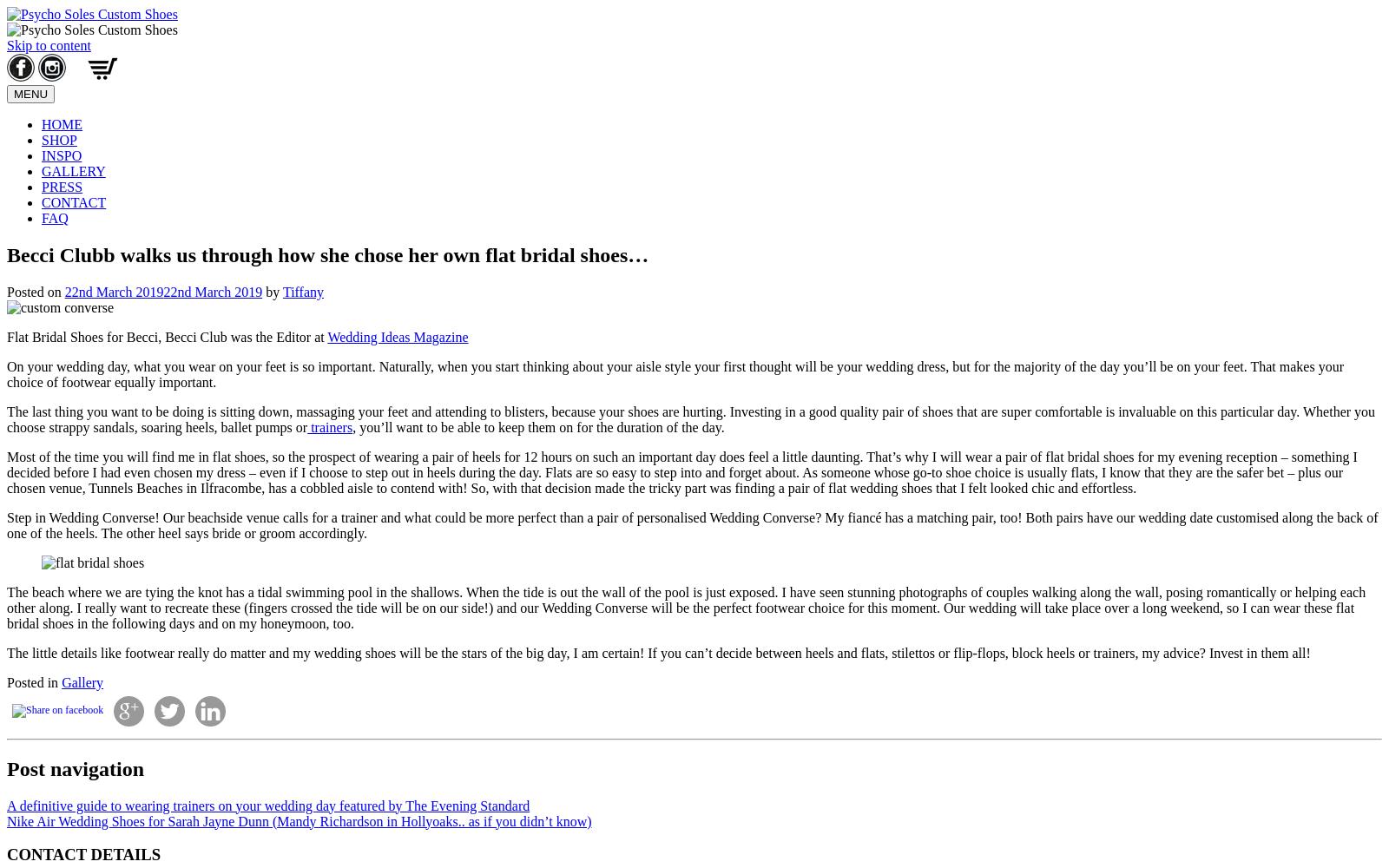 The height and width of the screenshot is (868, 1389). Describe the element at coordinates (166, 336) in the screenshot. I see `'Flat Bridal Shoes for Becci, Becci Club was the Editor at'` at that location.